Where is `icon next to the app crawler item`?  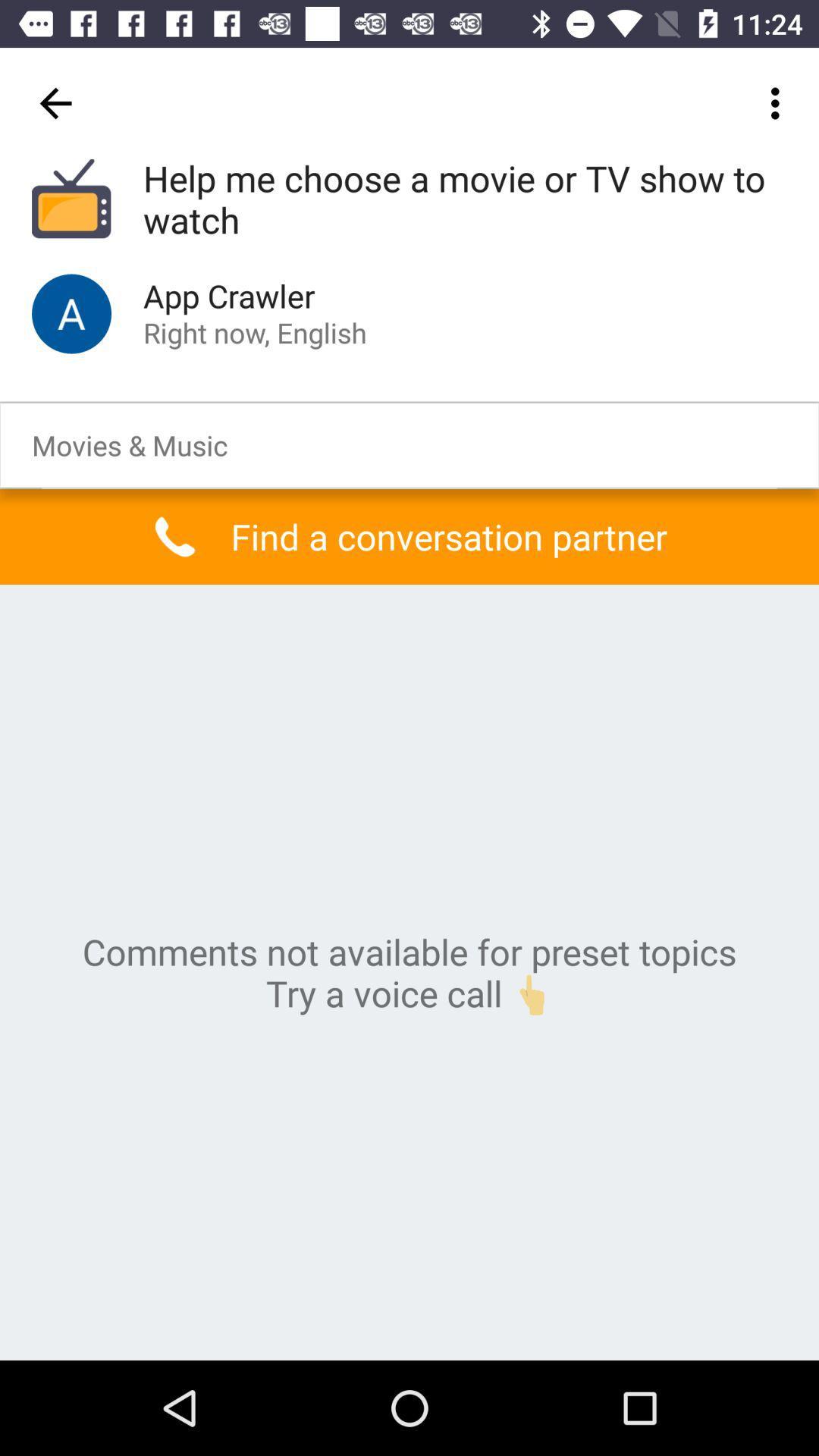 icon next to the app crawler item is located at coordinates (71, 312).